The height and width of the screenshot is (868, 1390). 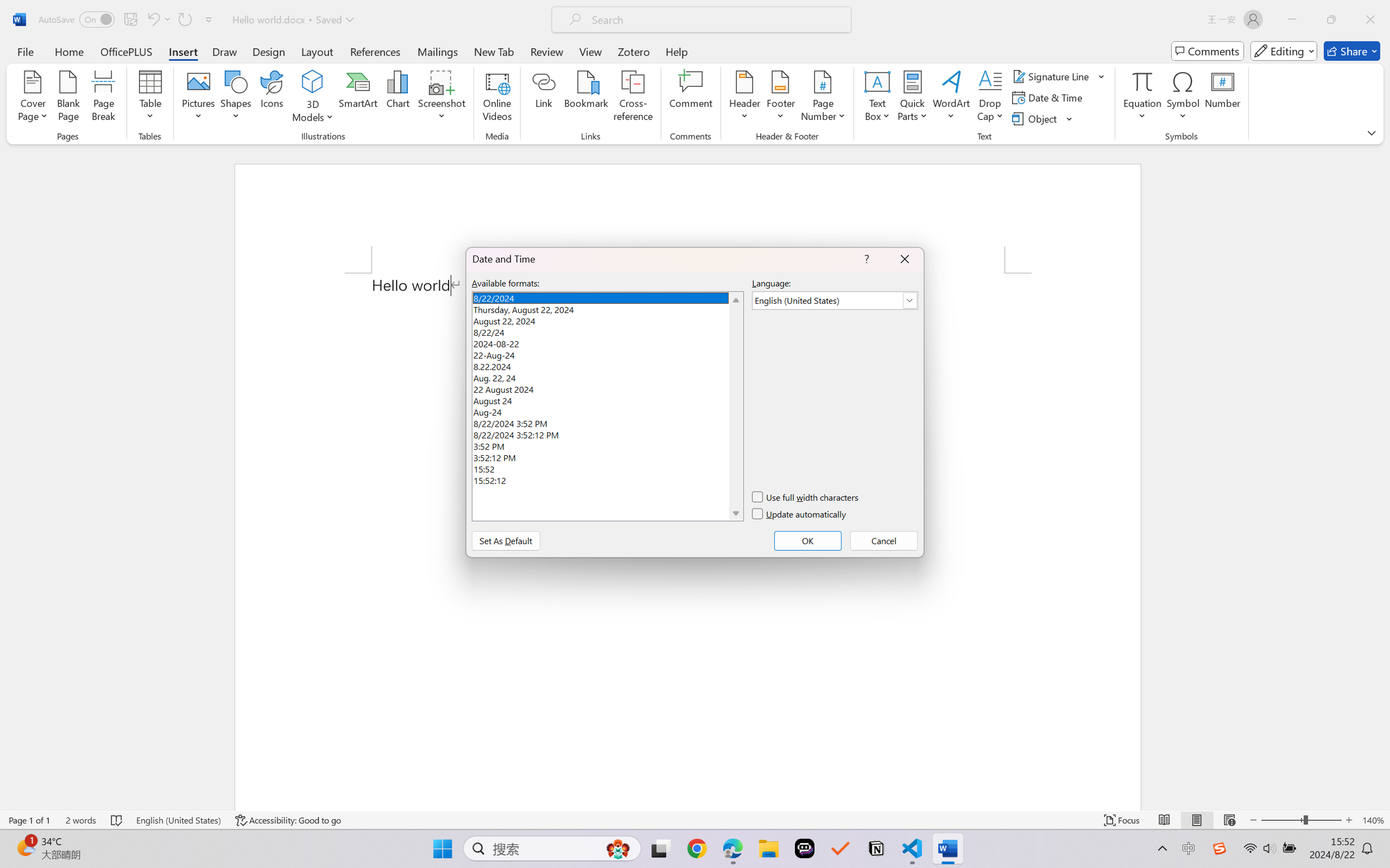 I want to click on '3D Models', so click(x=312, y=82).